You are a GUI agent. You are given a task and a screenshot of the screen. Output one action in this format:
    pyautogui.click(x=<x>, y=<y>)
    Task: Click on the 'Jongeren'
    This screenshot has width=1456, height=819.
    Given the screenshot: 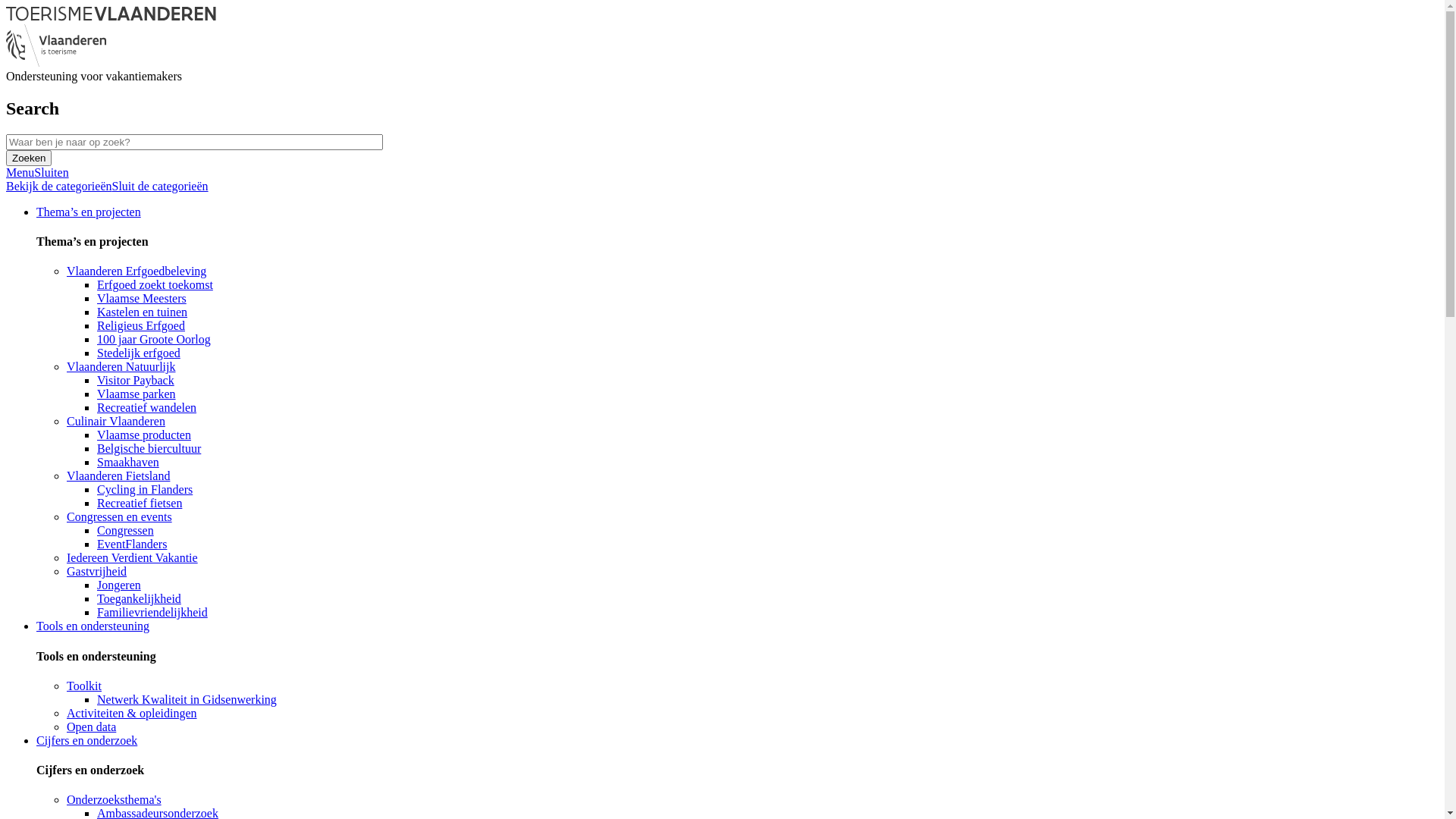 What is the action you would take?
    pyautogui.click(x=118, y=584)
    